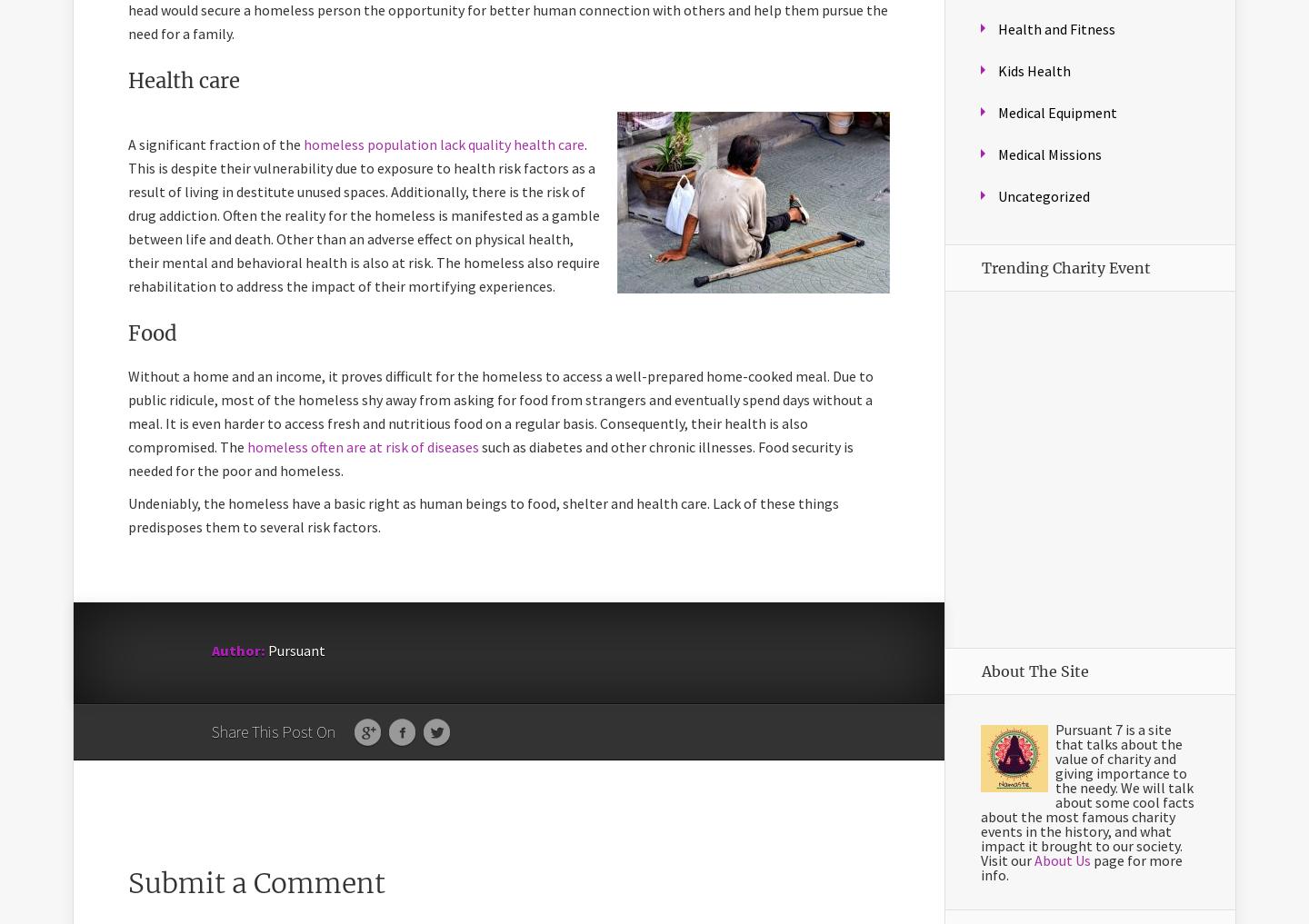  What do you see at coordinates (215, 143) in the screenshot?
I see `'A significant fraction of the'` at bounding box center [215, 143].